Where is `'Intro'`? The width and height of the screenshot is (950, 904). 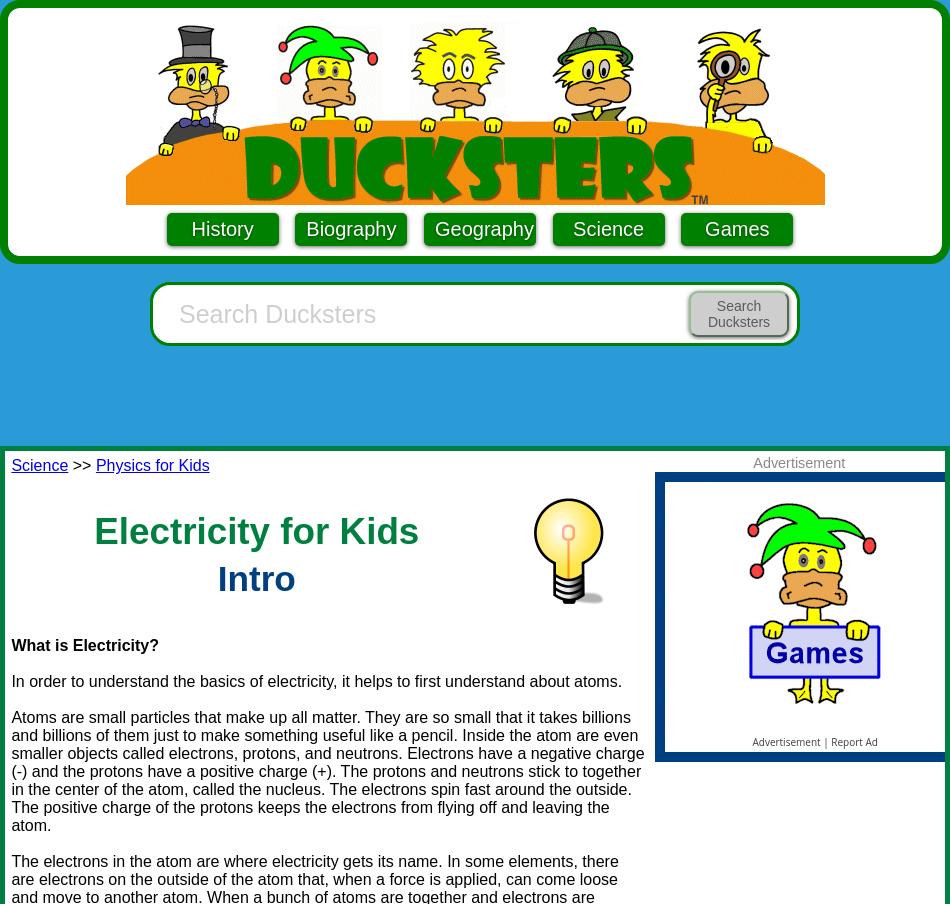 'Intro' is located at coordinates (255, 577).